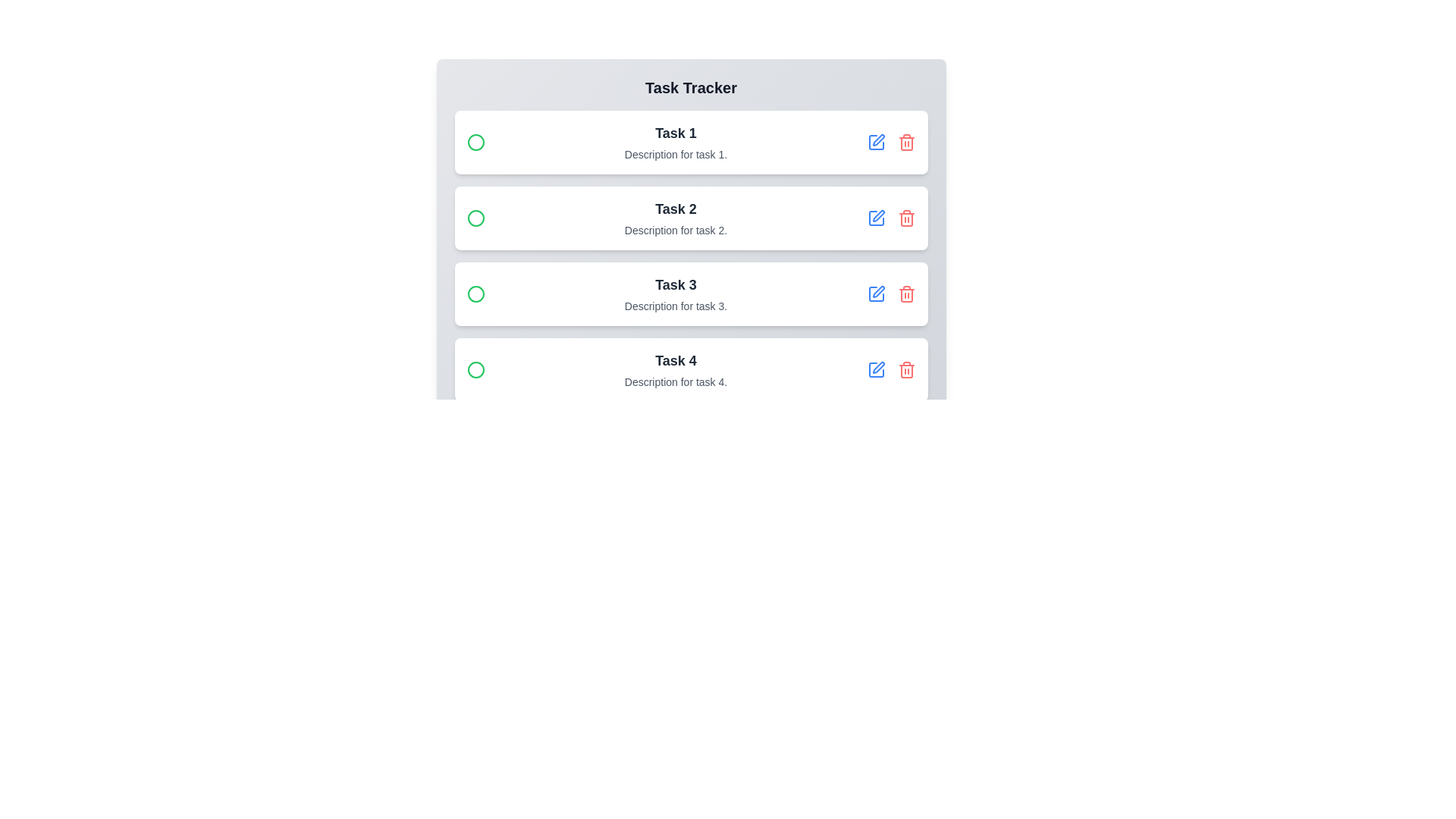  What do you see at coordinates (876, 370) in the screenshot?
I see `the edit button of the task Task 4` at bounding box center [876, 370].